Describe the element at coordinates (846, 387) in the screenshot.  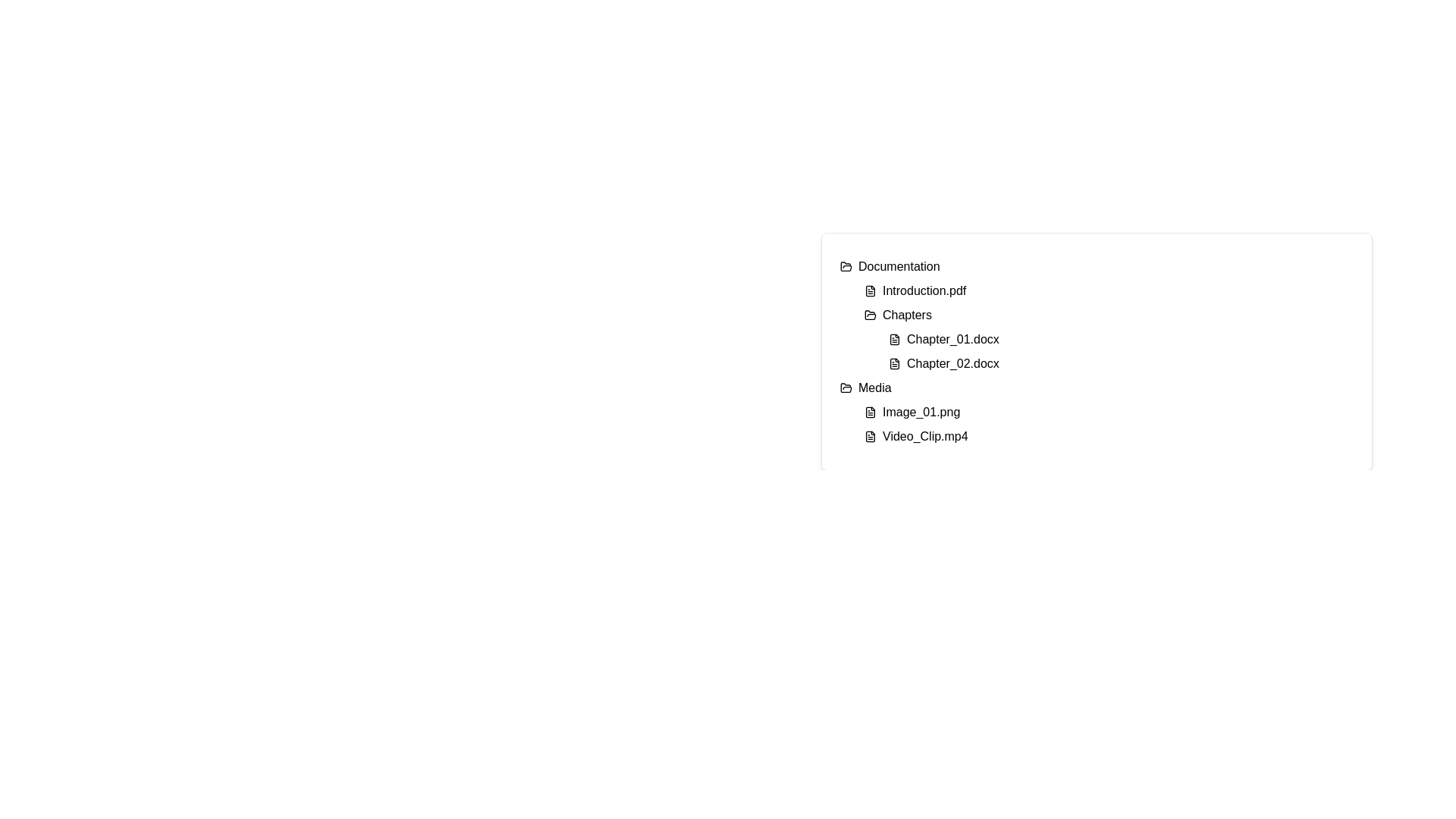
I see `the open folder icon representing the 'Media' section in the right-side pane of the interface` at that location.